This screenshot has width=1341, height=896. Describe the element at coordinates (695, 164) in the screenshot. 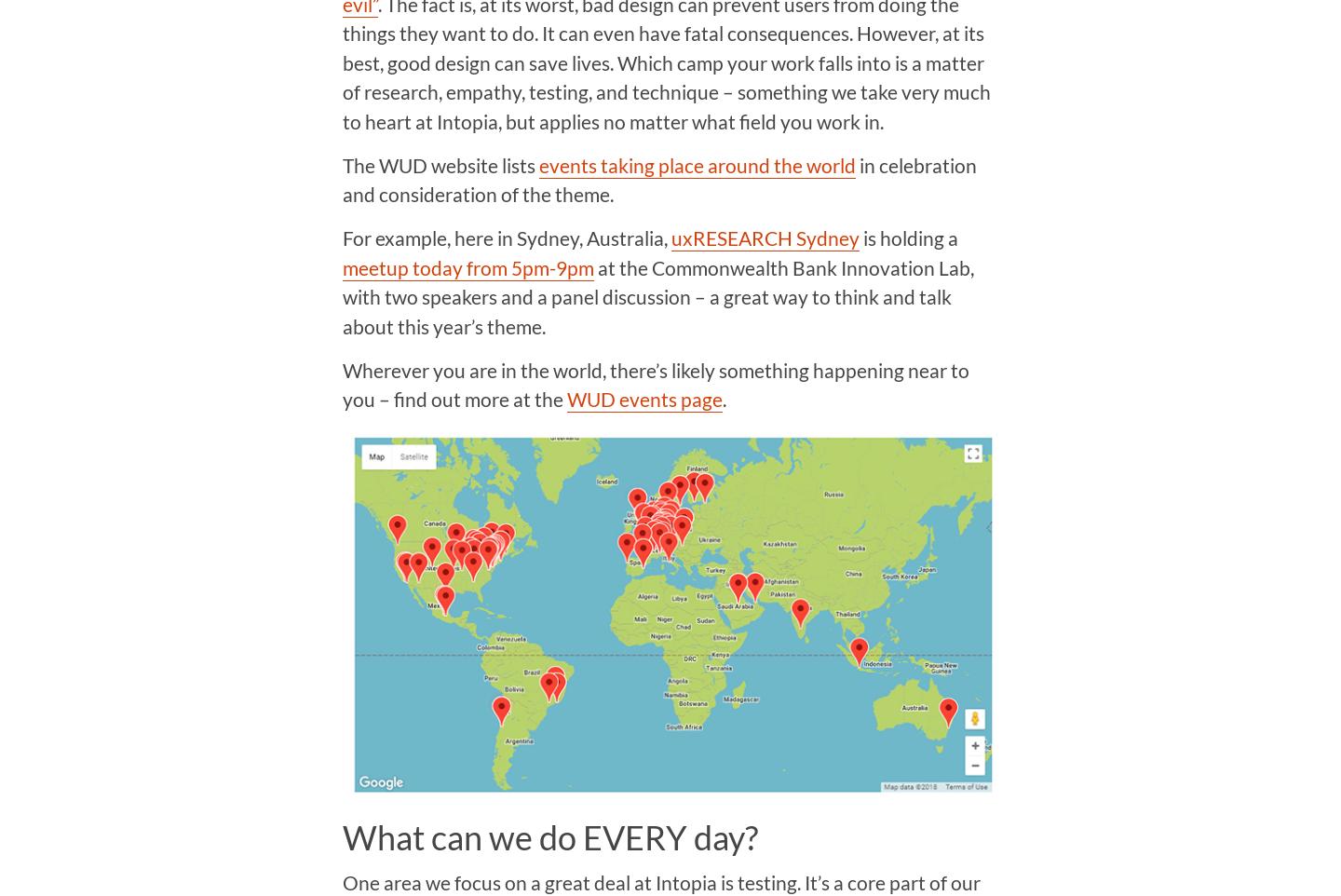

I see `'events taking place around the world'` at that location.